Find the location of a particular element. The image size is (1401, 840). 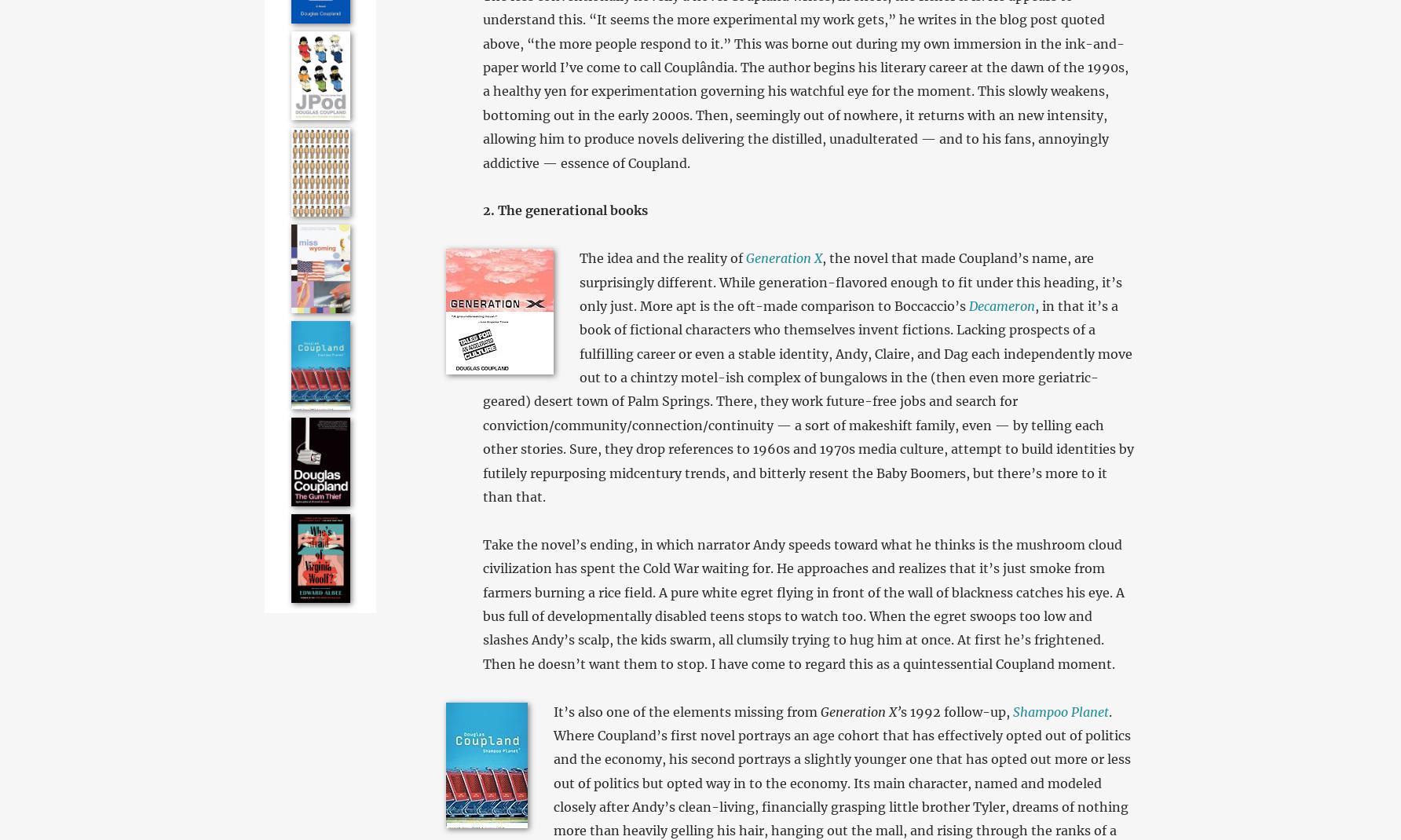

'Decameron' is located at coordinates (967, 305).